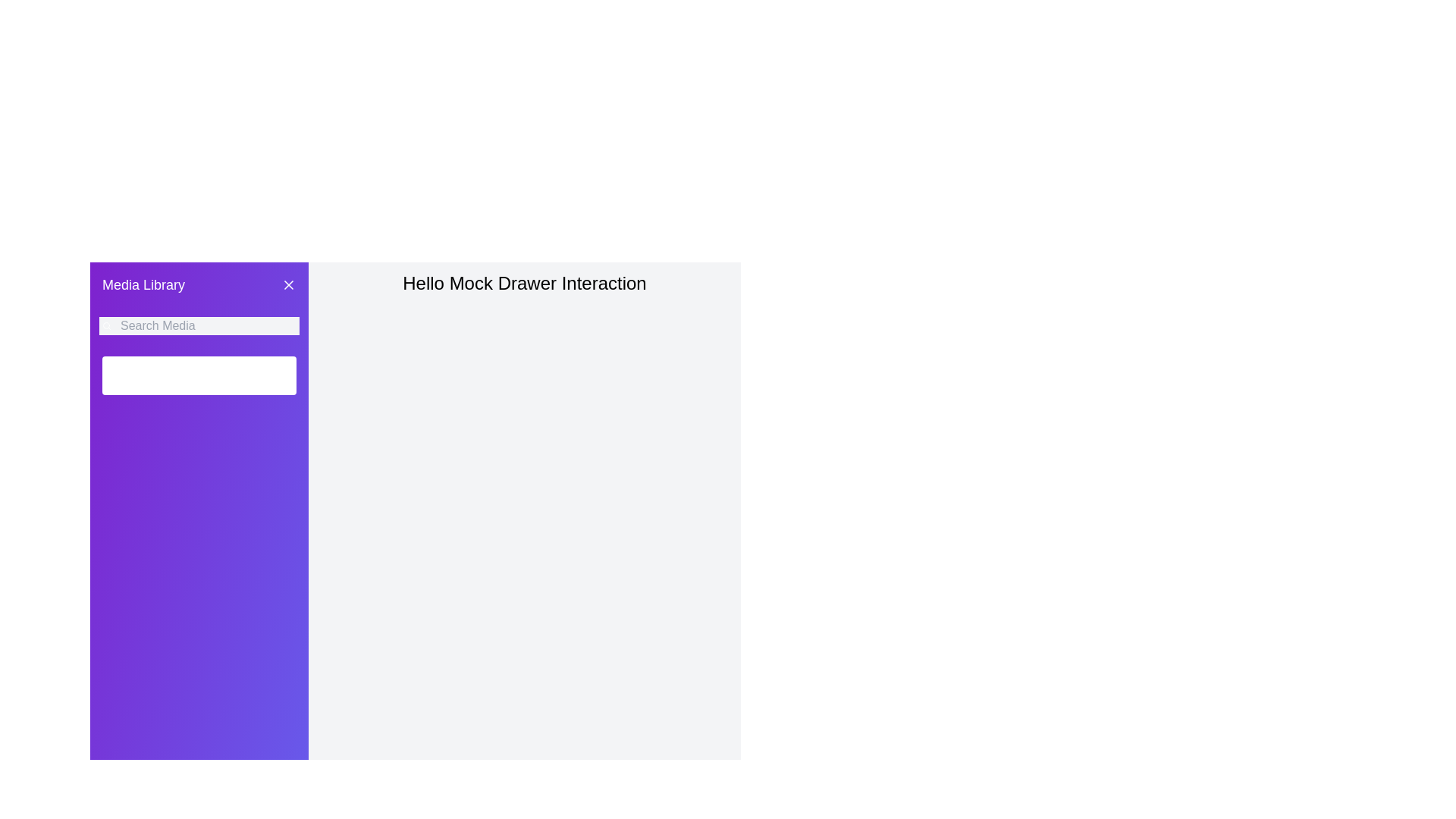  I want to click on text of the heading 'Media Library', which is located in the top-left corner of the side panel with a purple background, above the search bar and left of the close button, so click(143, 284).